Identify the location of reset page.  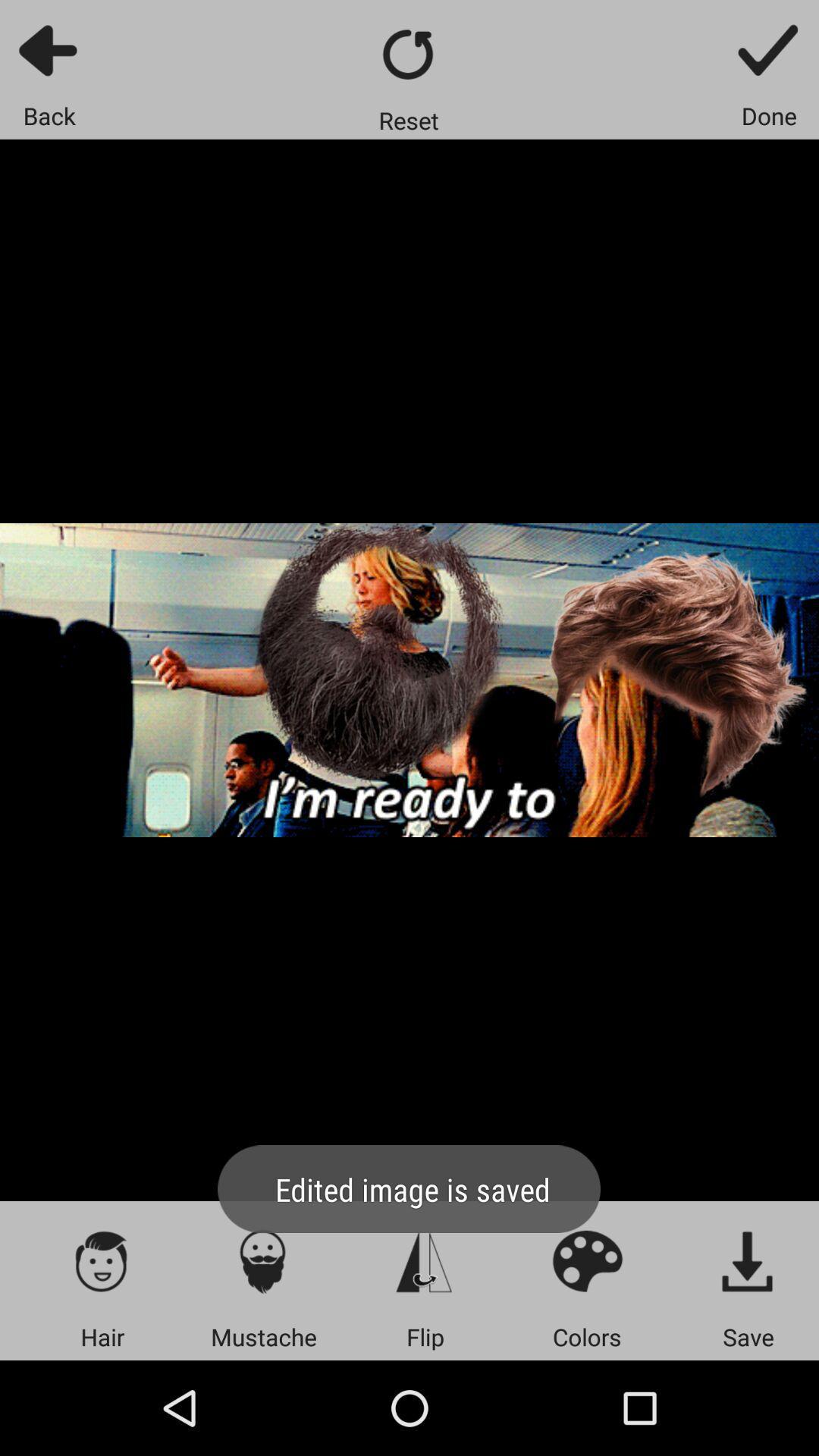
(408, 54).